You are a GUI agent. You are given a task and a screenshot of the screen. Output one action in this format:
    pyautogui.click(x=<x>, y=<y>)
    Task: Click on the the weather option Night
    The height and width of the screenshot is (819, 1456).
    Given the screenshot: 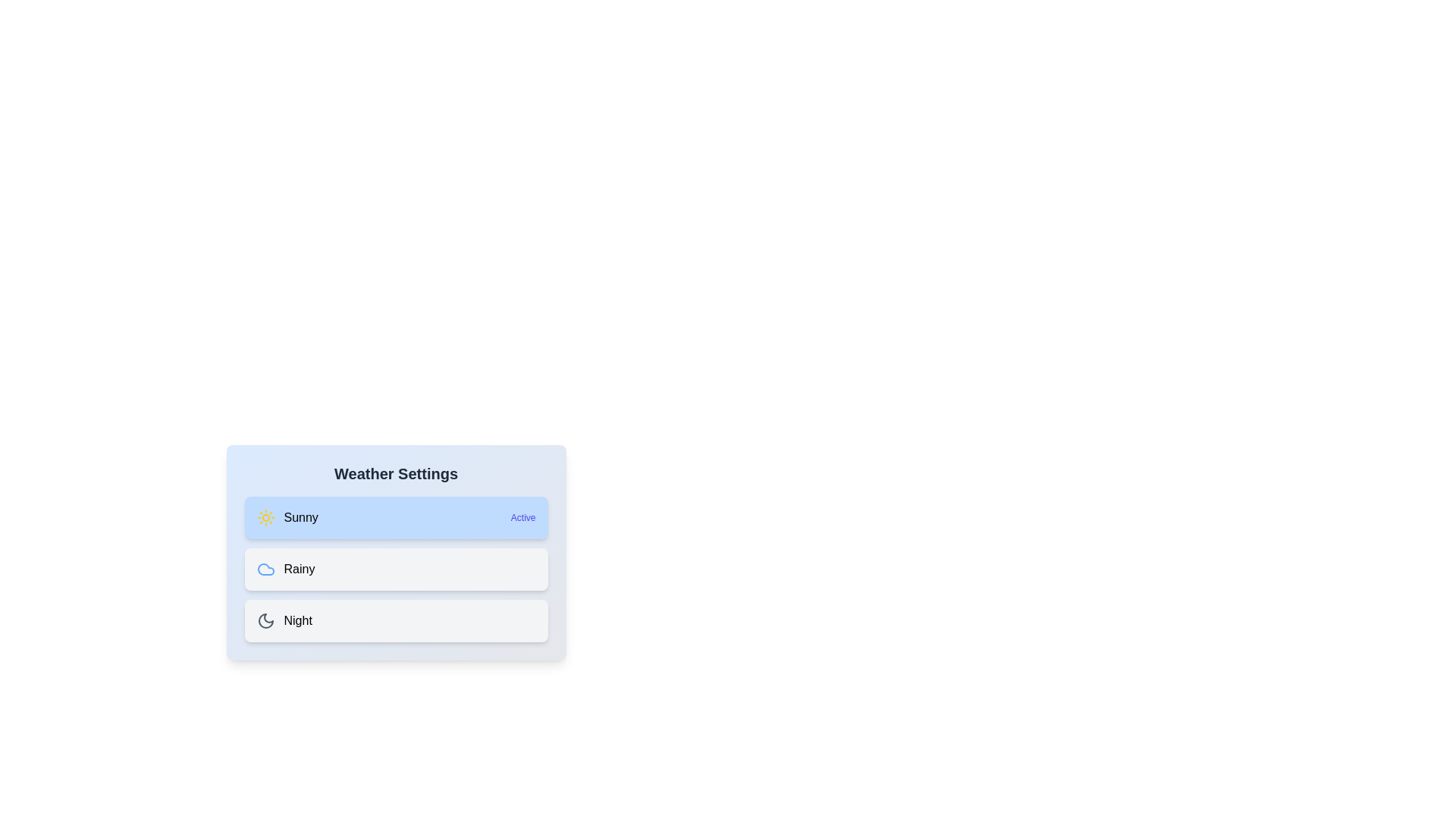 What is the action you would take?
    pyautogui.click(x=396, y=620)
    